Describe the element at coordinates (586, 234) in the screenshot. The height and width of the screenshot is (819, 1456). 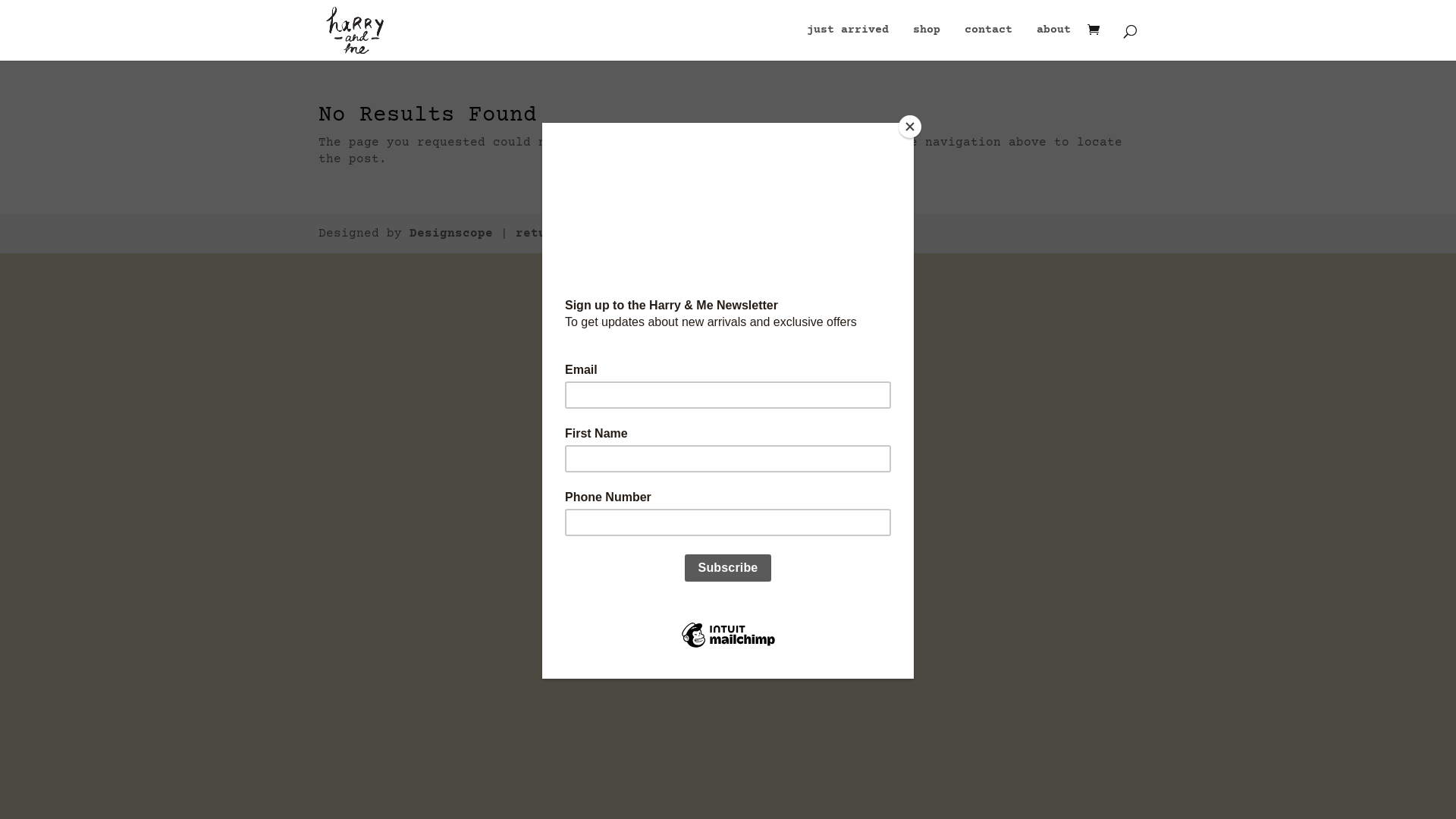
I see `'returns & exchanges'` at that location.